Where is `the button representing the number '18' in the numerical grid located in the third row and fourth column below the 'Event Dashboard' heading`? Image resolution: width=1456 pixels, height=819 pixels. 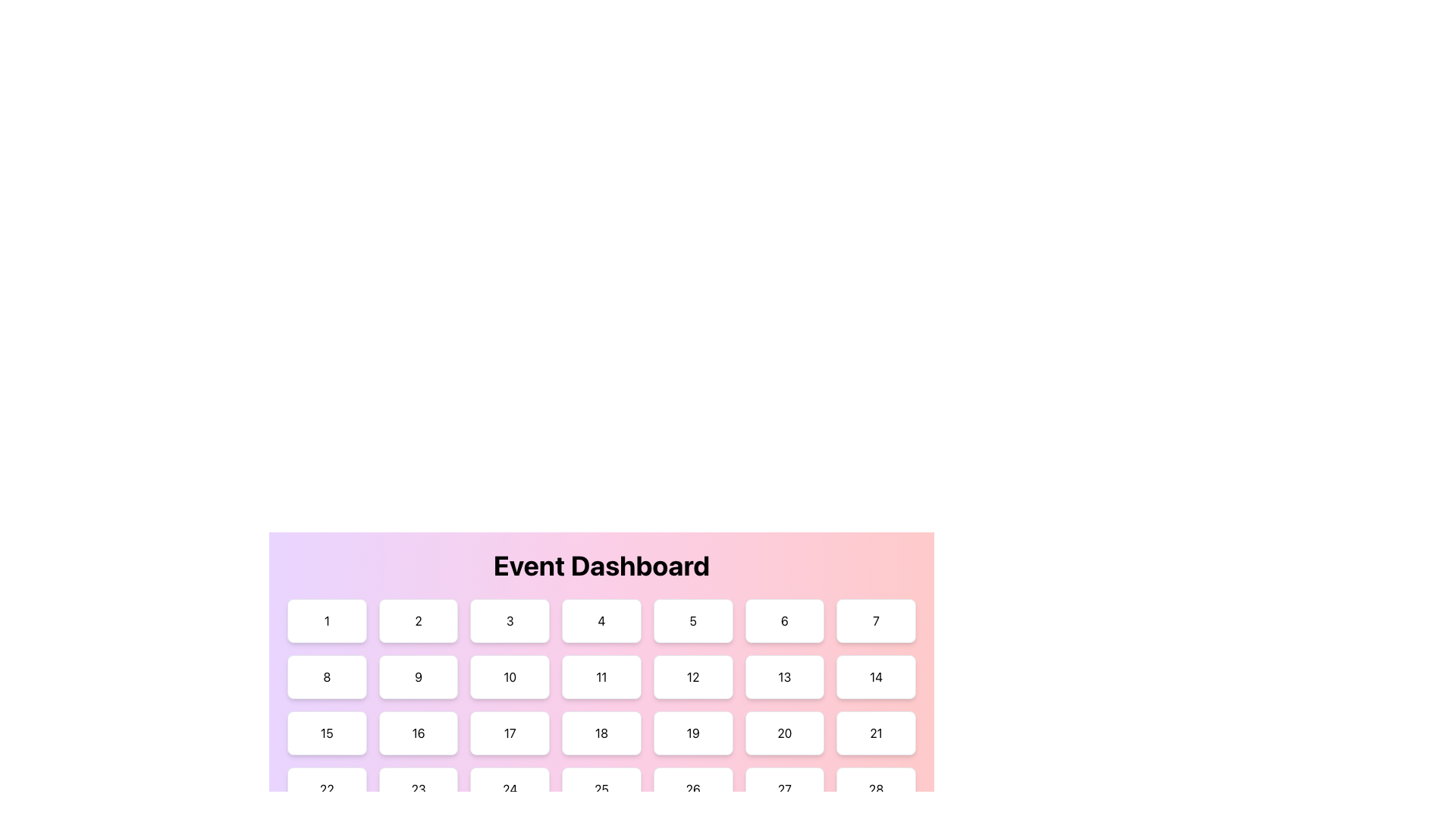 the button representing the number '18' in the numerical grid located in the third row and fourth column below the 'Event Dashboard' heading is located at coordinates (601, 733).